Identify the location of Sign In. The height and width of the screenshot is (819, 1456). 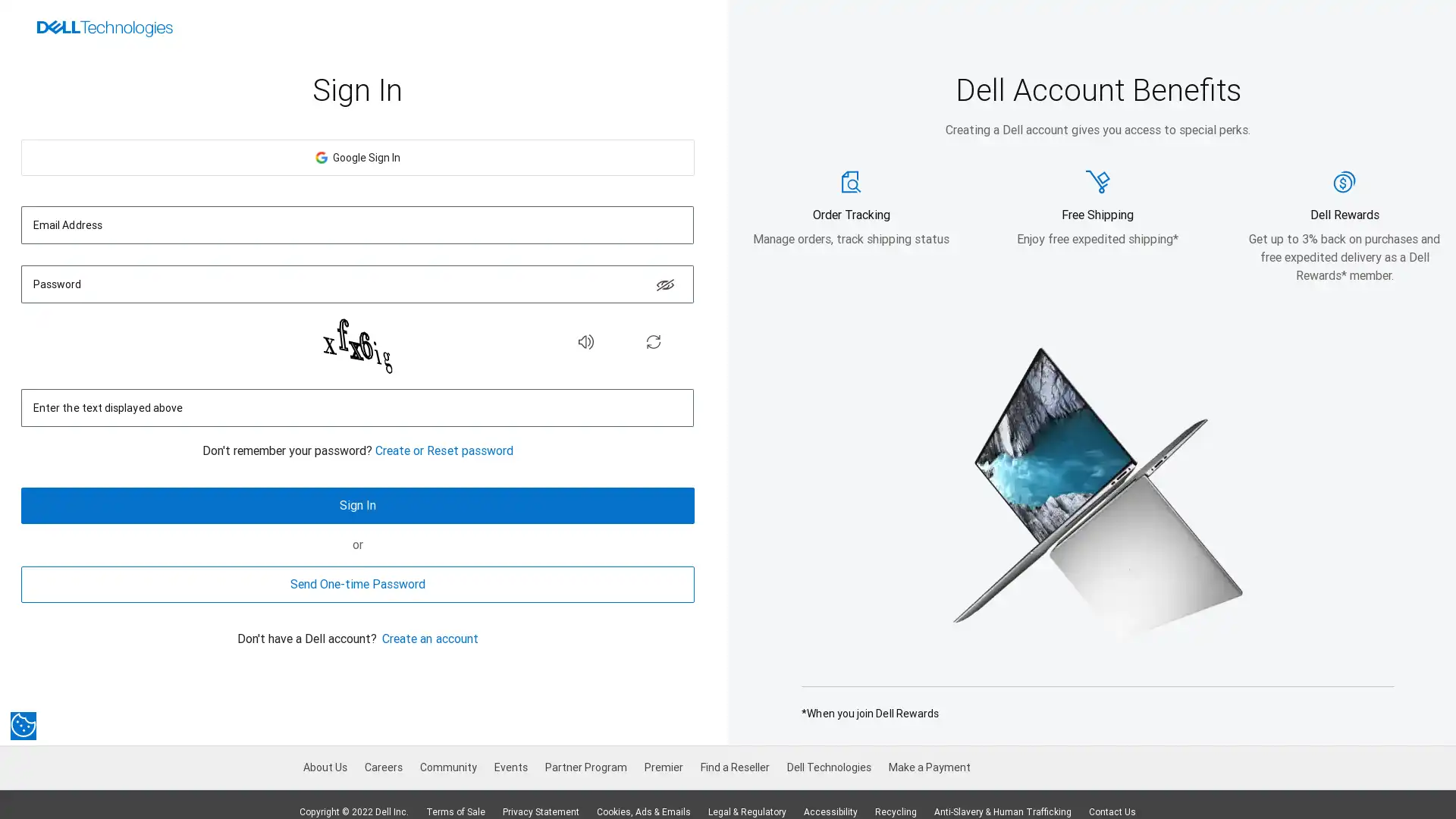
(356, 506).